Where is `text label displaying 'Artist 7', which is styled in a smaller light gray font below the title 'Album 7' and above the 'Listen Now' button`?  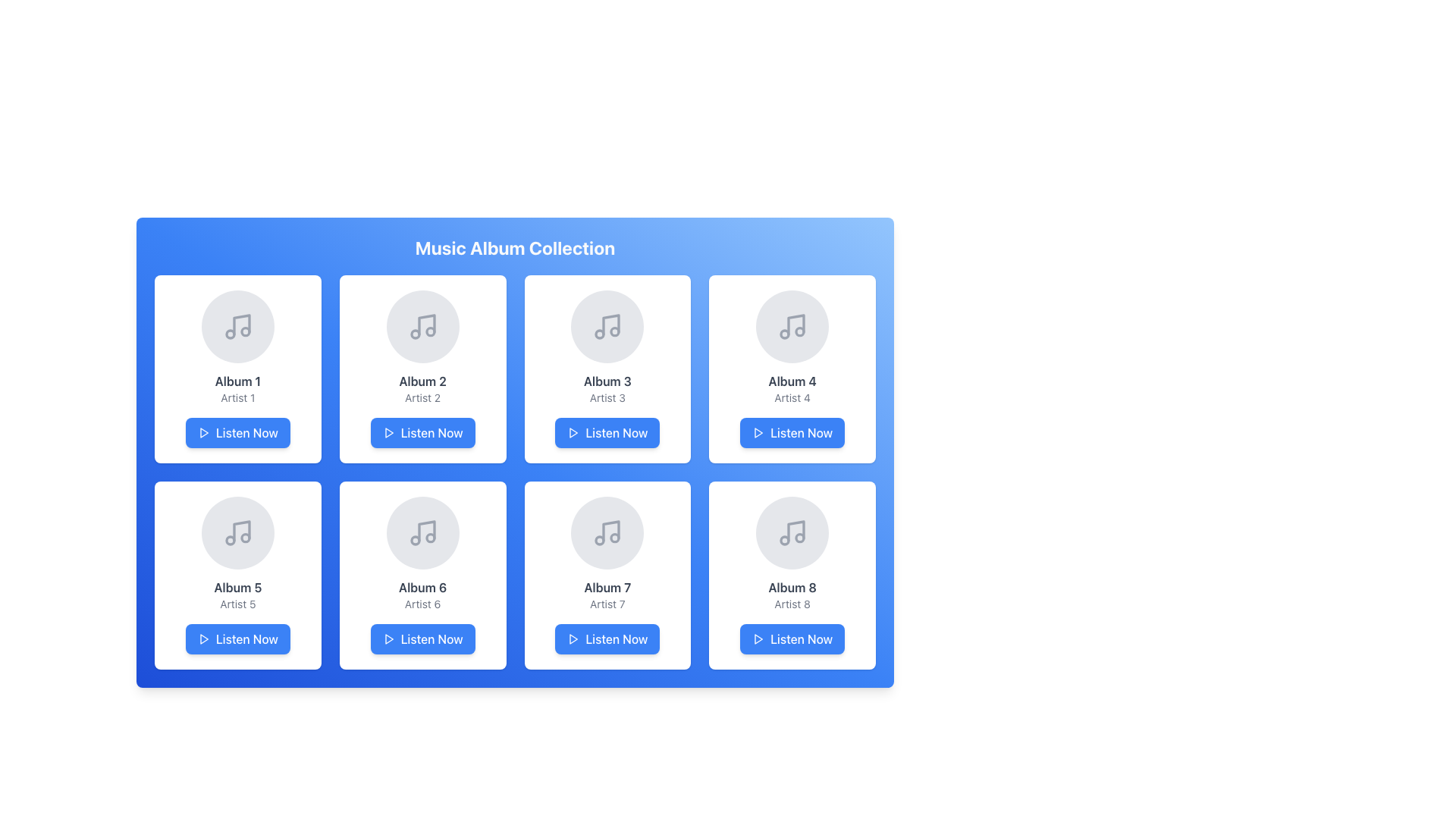
text label displaying 'Artist 7', which is styled in a smaller light gray font below the title 'Album 7' and above the 'Listen Now' button is located at coordinates (607, 604).